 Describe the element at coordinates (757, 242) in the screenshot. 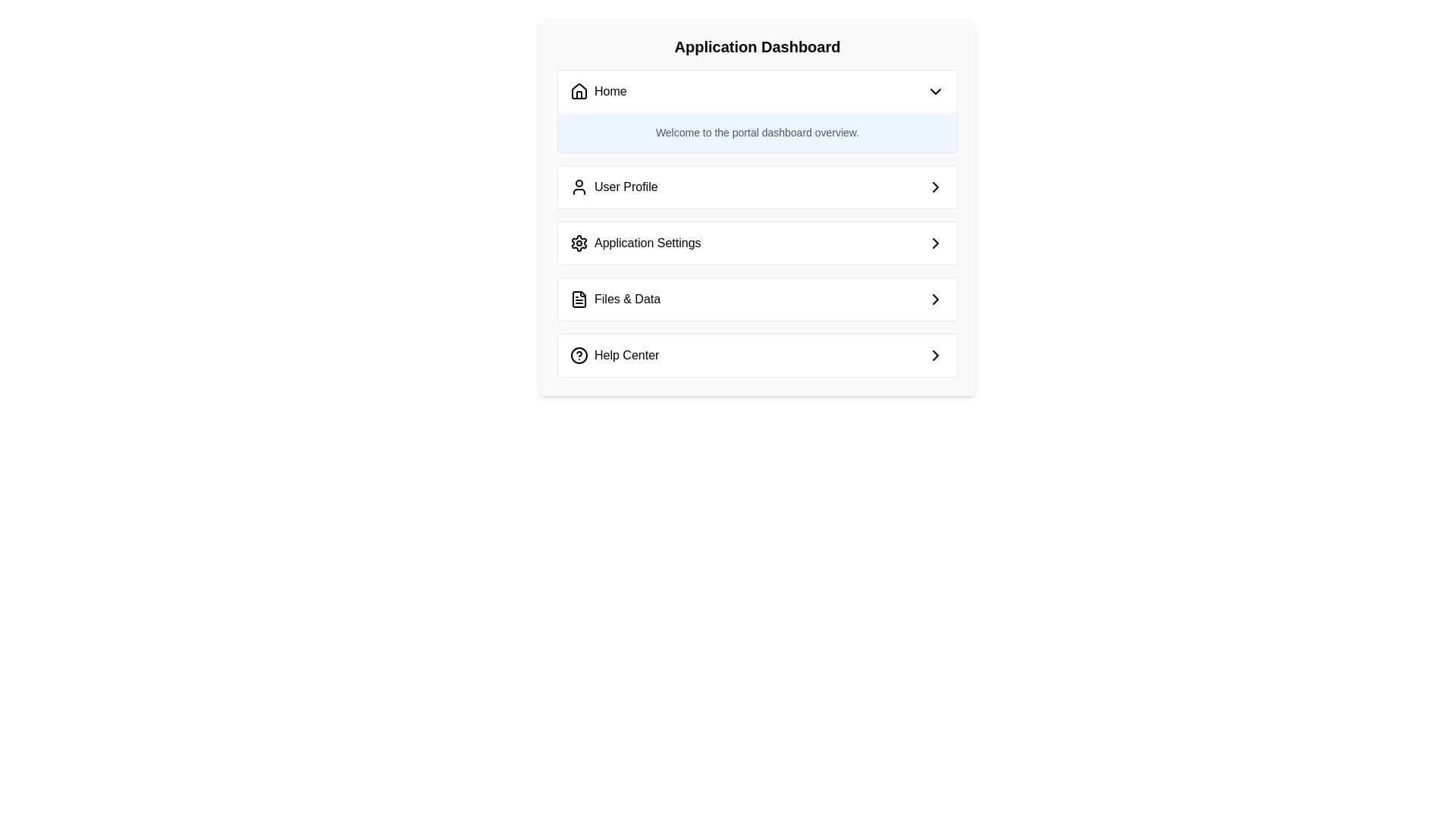

I see `the navigational button for managing application-related settings, located as the third option under 'Application Dashboard', between 'User Profile' and 'Files & Data'` at that location.